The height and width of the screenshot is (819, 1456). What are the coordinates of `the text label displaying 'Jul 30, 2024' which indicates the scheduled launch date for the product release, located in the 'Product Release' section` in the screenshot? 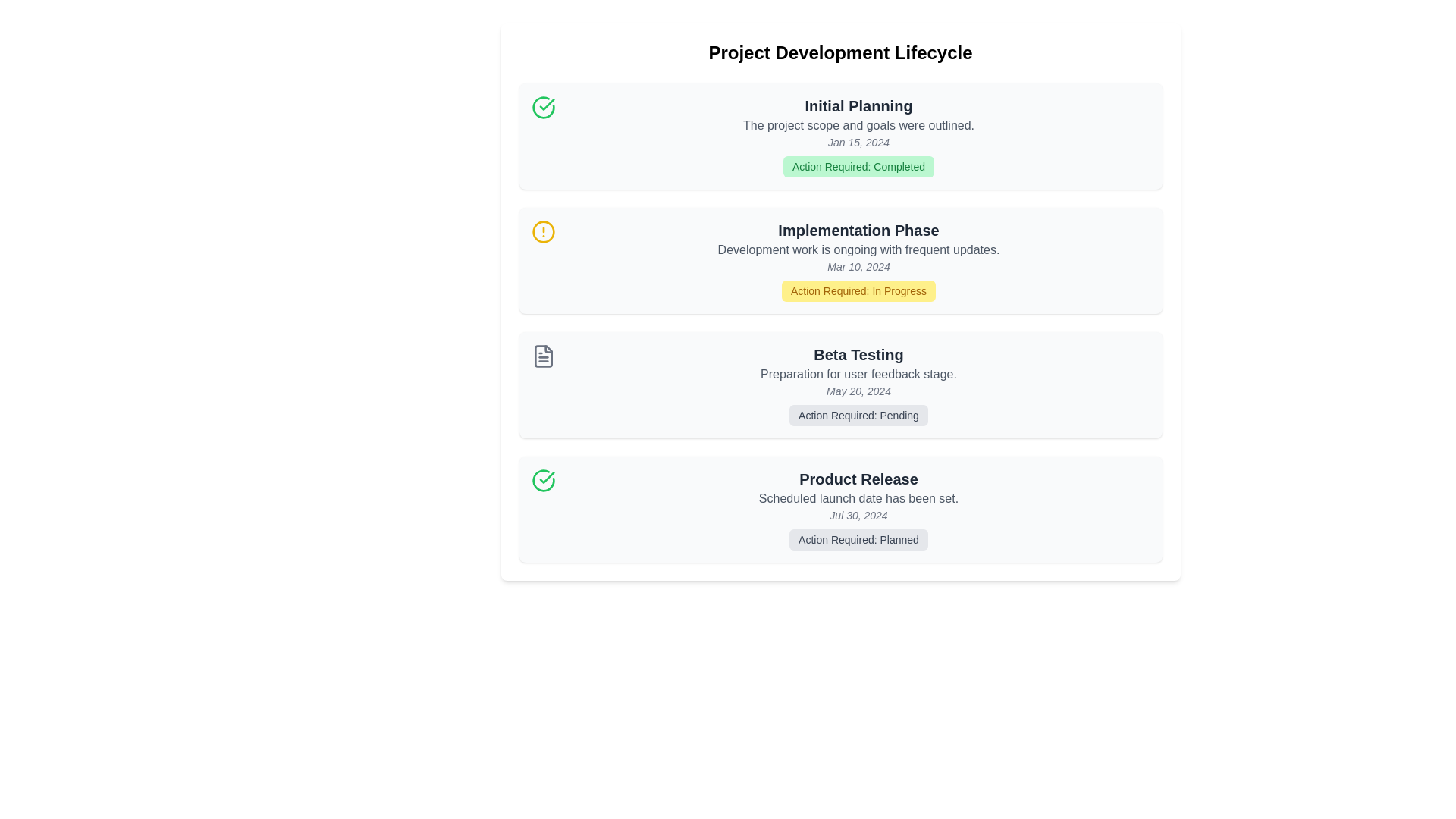 It's located at (858, 514).